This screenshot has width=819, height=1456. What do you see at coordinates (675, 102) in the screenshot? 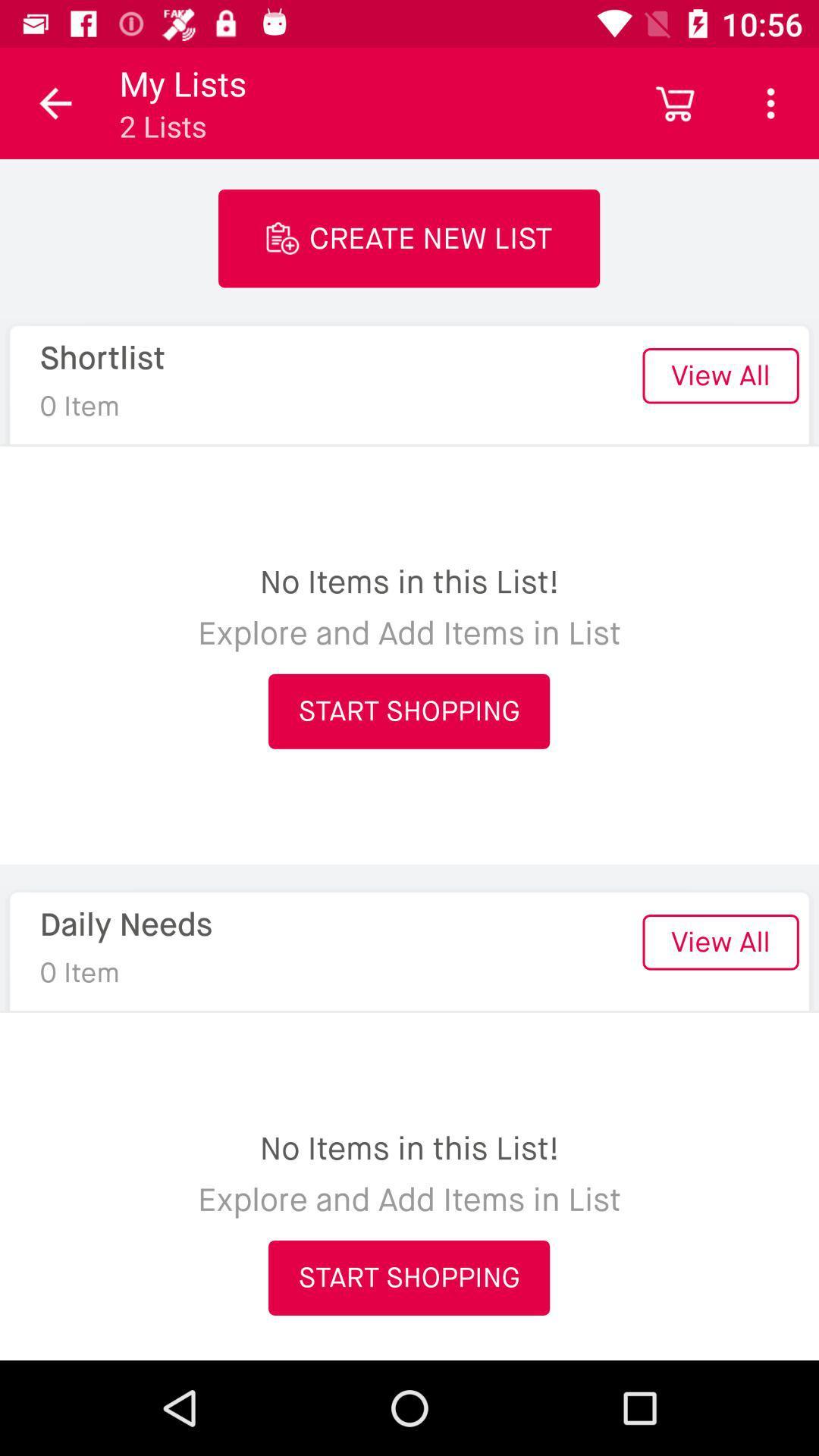
I see `item next to the my lists app` at bounding box center [675, 102].